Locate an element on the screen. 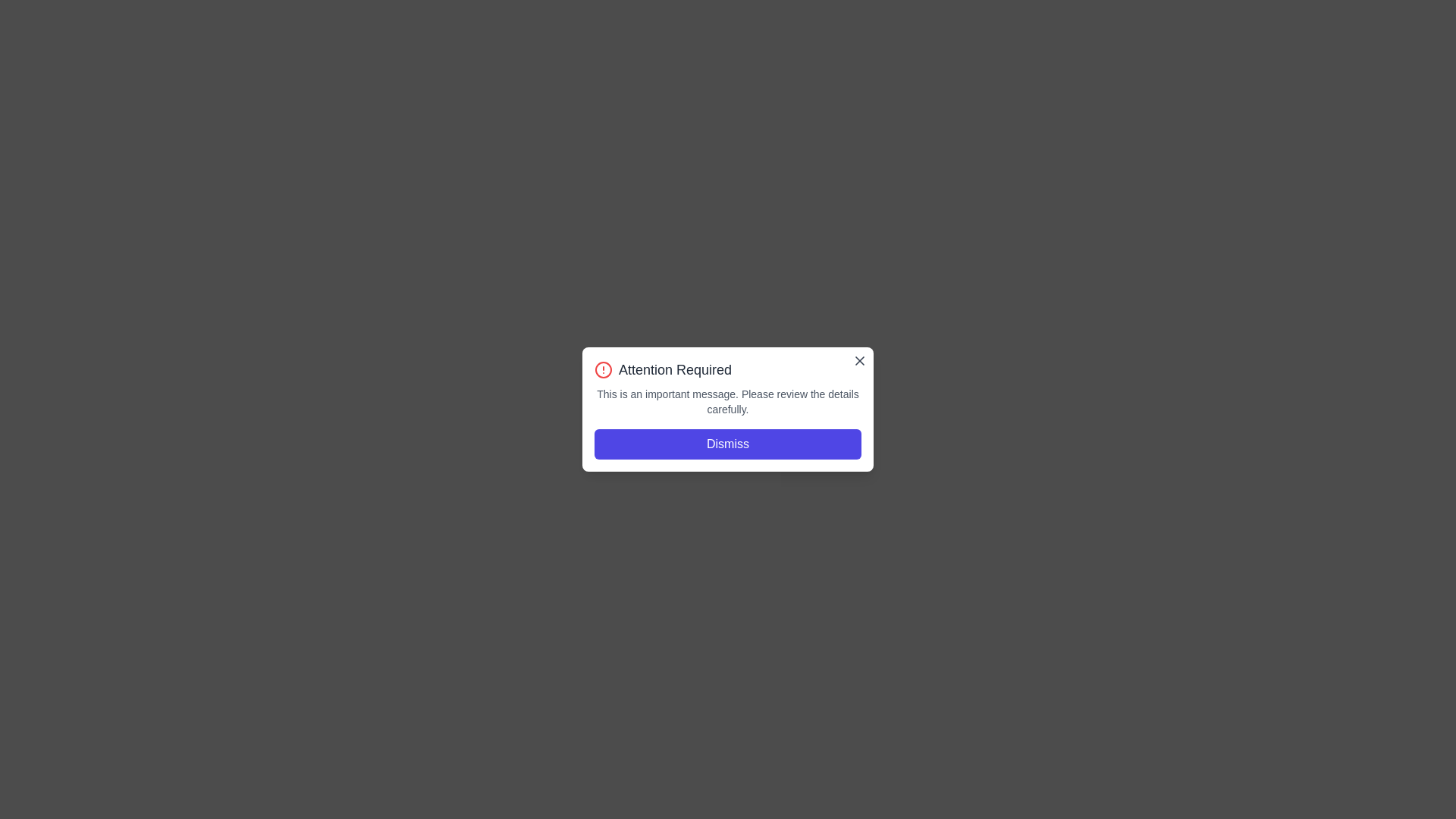 Image resolution: width=1456 pixels, height=819 pixels. the close button located in the top-right corner of the modal dialog, adjacent to the heading 'Attention Required' is located at coordinates (859, 360).